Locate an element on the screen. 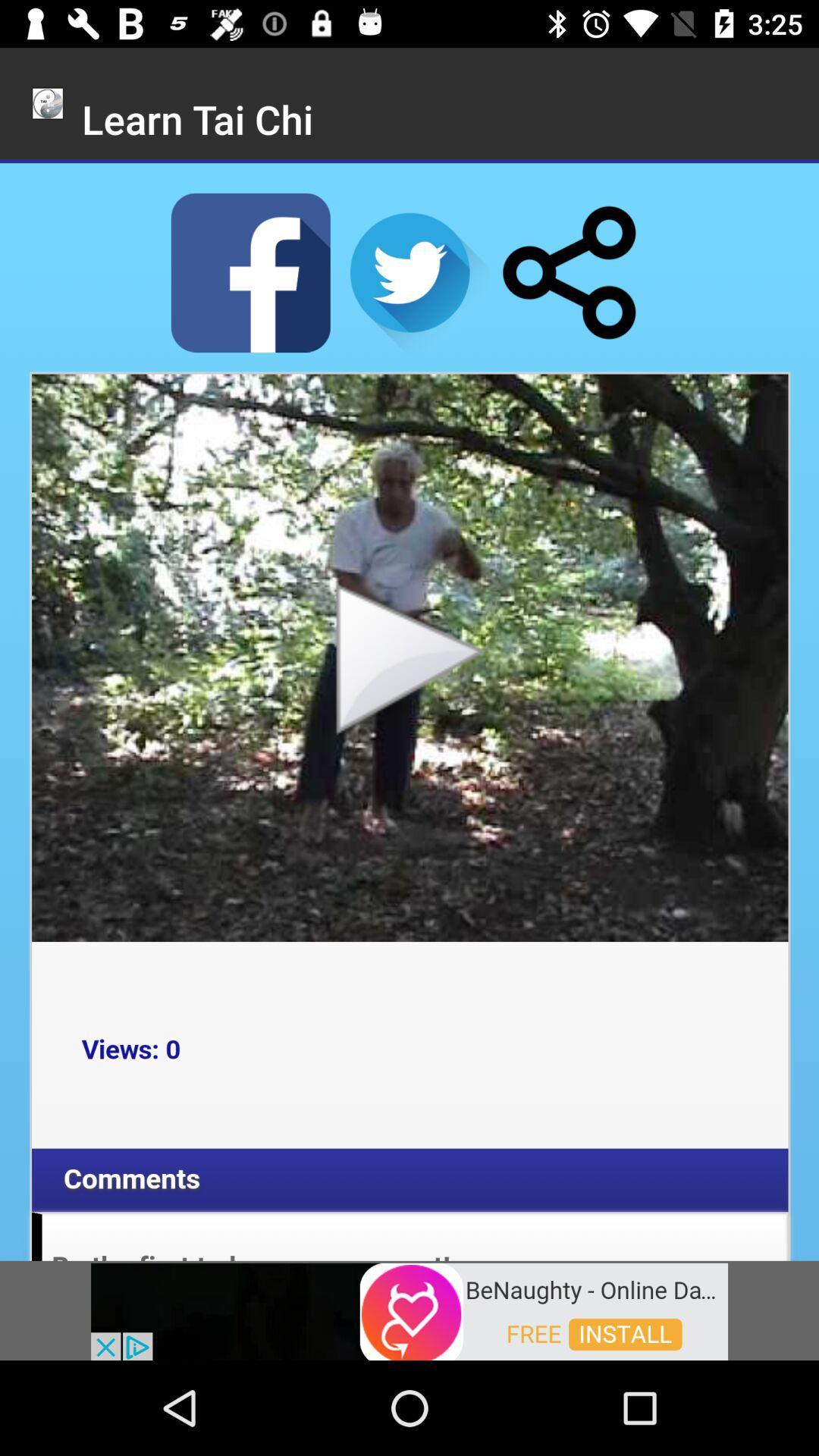 The image size is (819, 1456). advertising is located at coordinates (409, 1310).